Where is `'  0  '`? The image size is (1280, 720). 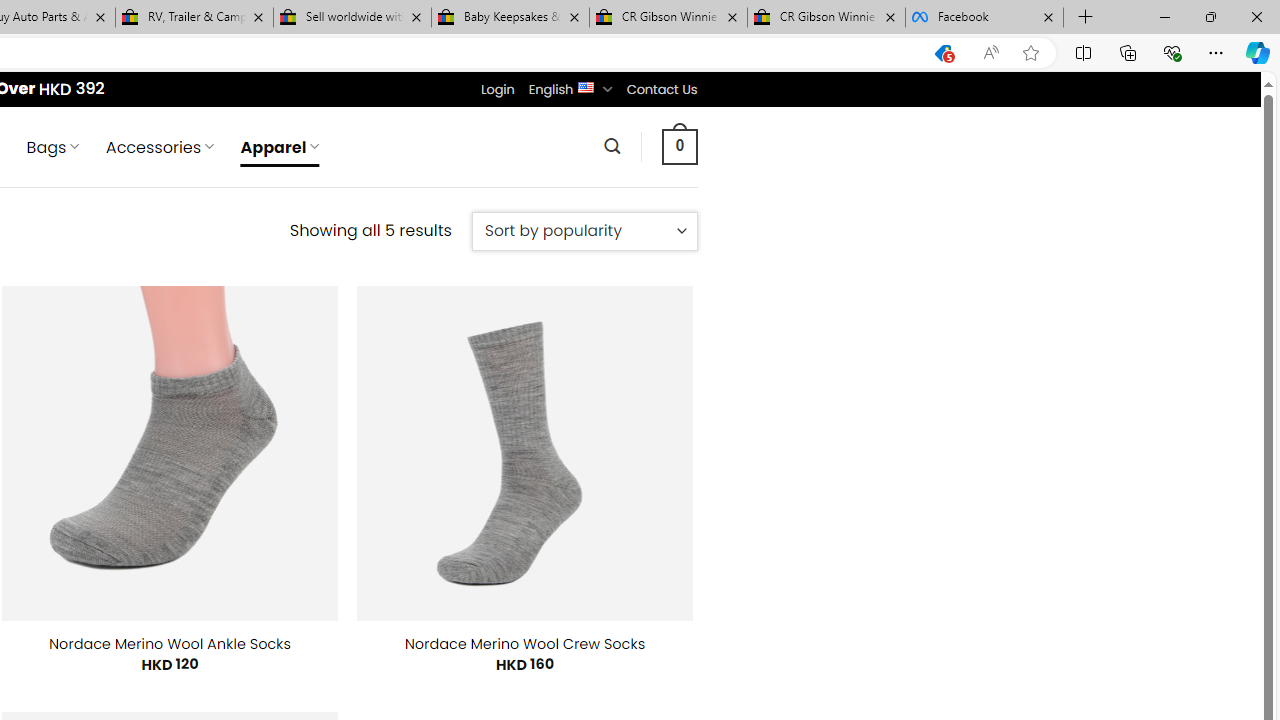 '  0  ' is located at coordinates (679, 145).